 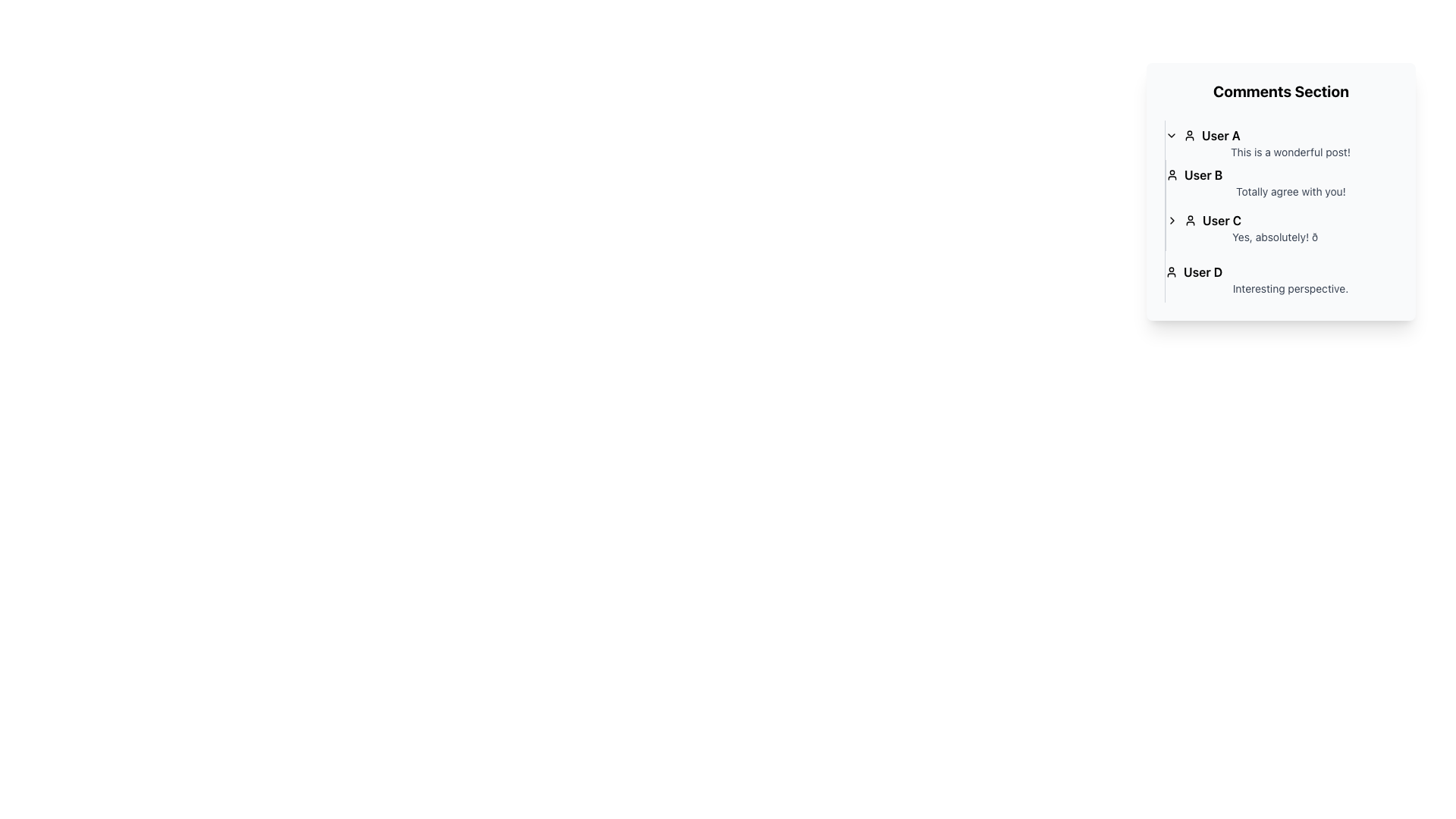 I want to click on the right-pointing chevron icon located to the left of the profile icon for 'User C', indicating a forward or expand action, so click(x=1171, y=220).